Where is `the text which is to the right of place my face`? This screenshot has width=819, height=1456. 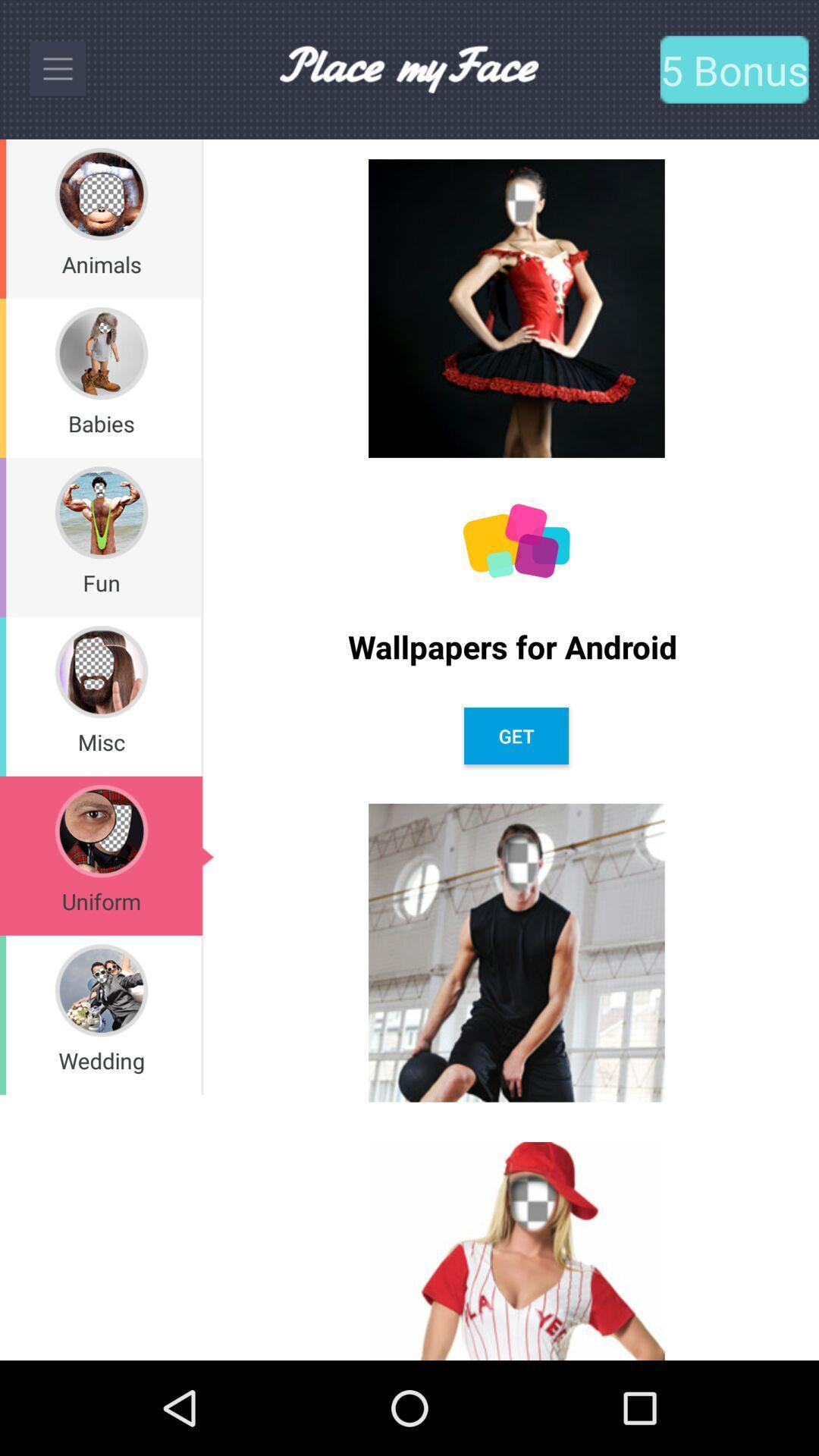 the text which is to the right of place my face is located at coordinates (733, 68).